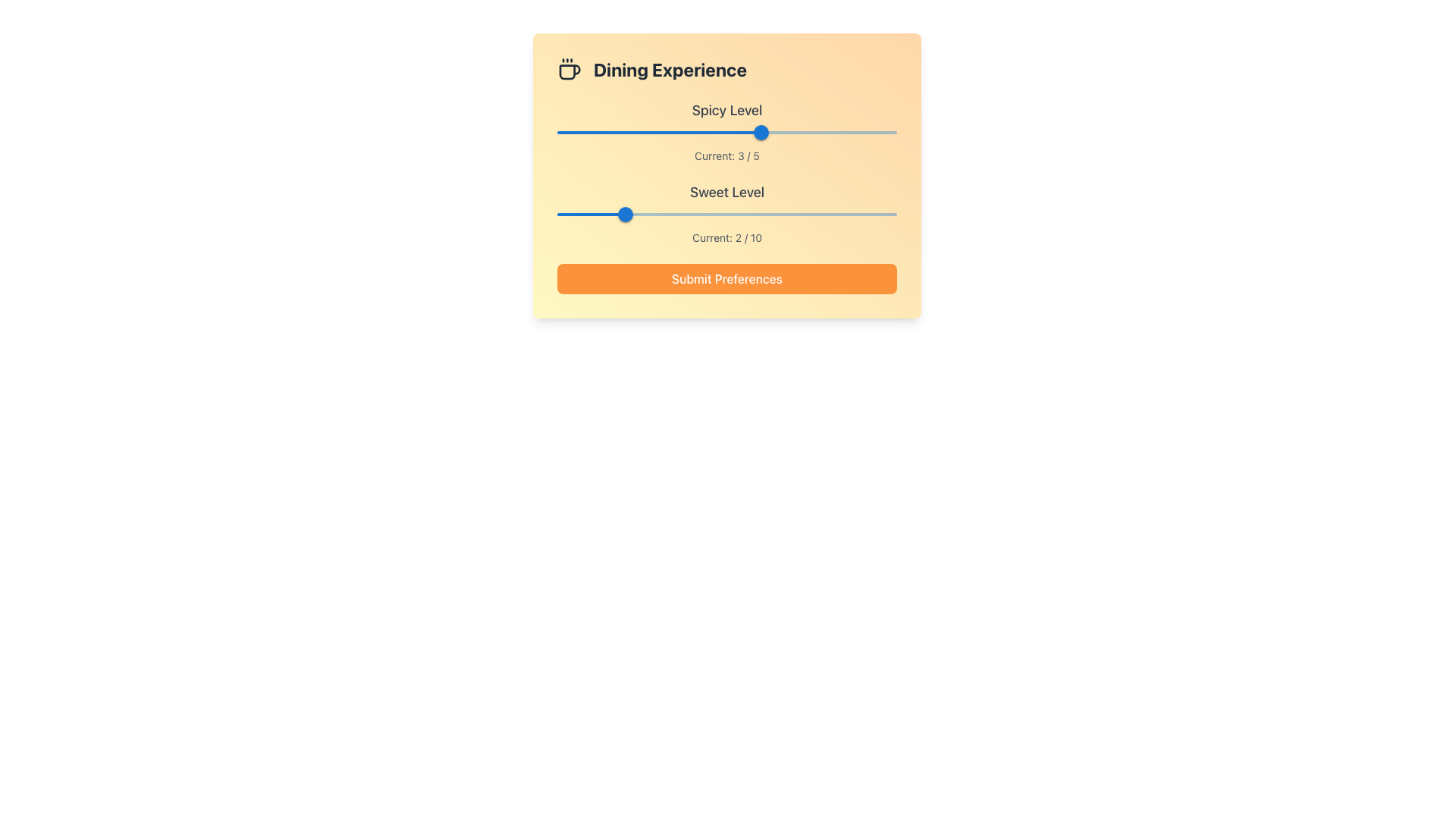  Describe the element at coordinates (625, 214) in the screenshot. I see `the sweet level` at that location.